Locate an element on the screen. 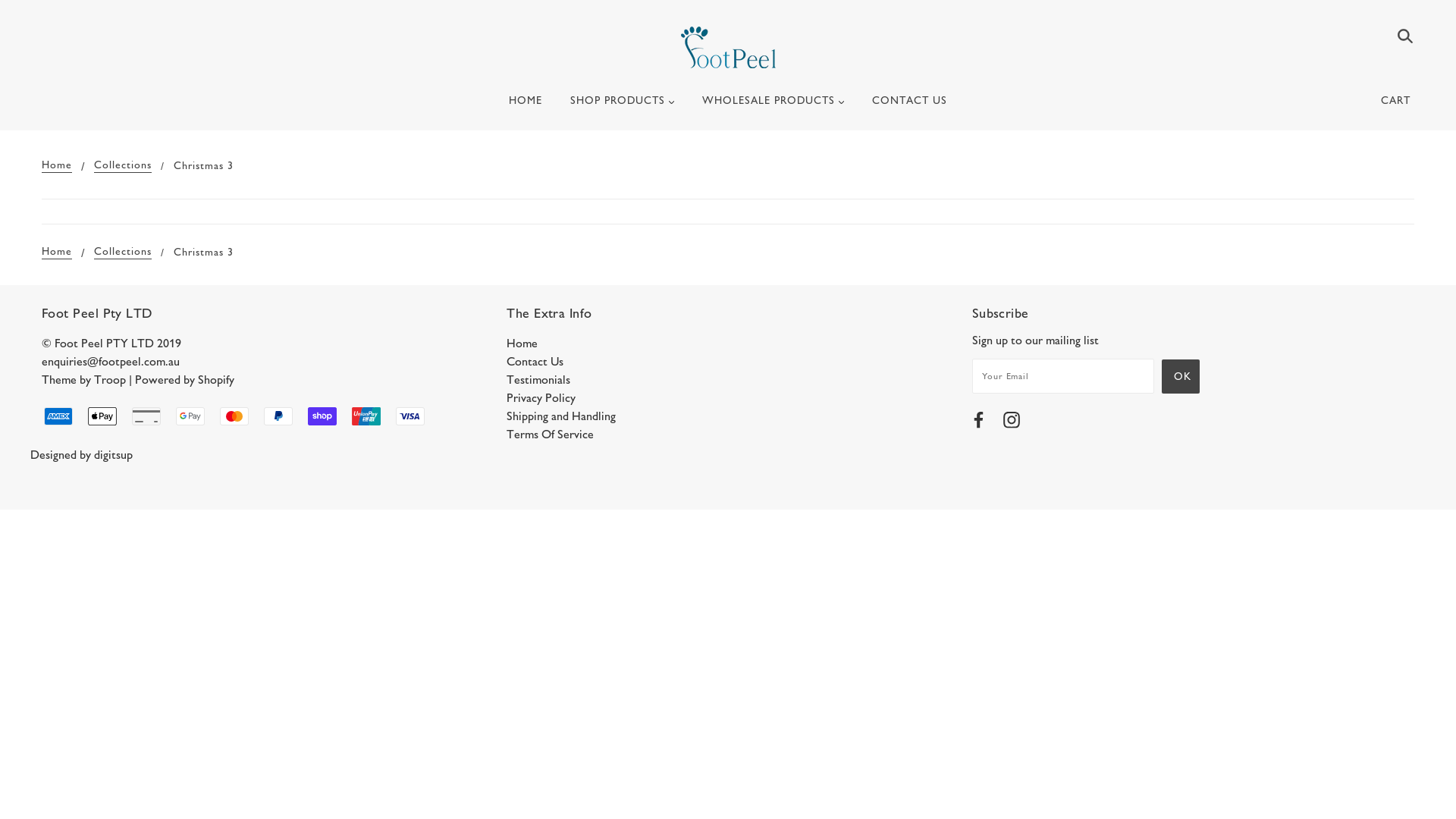  'Shipping and Handling' is located at coordinates (560, 416).